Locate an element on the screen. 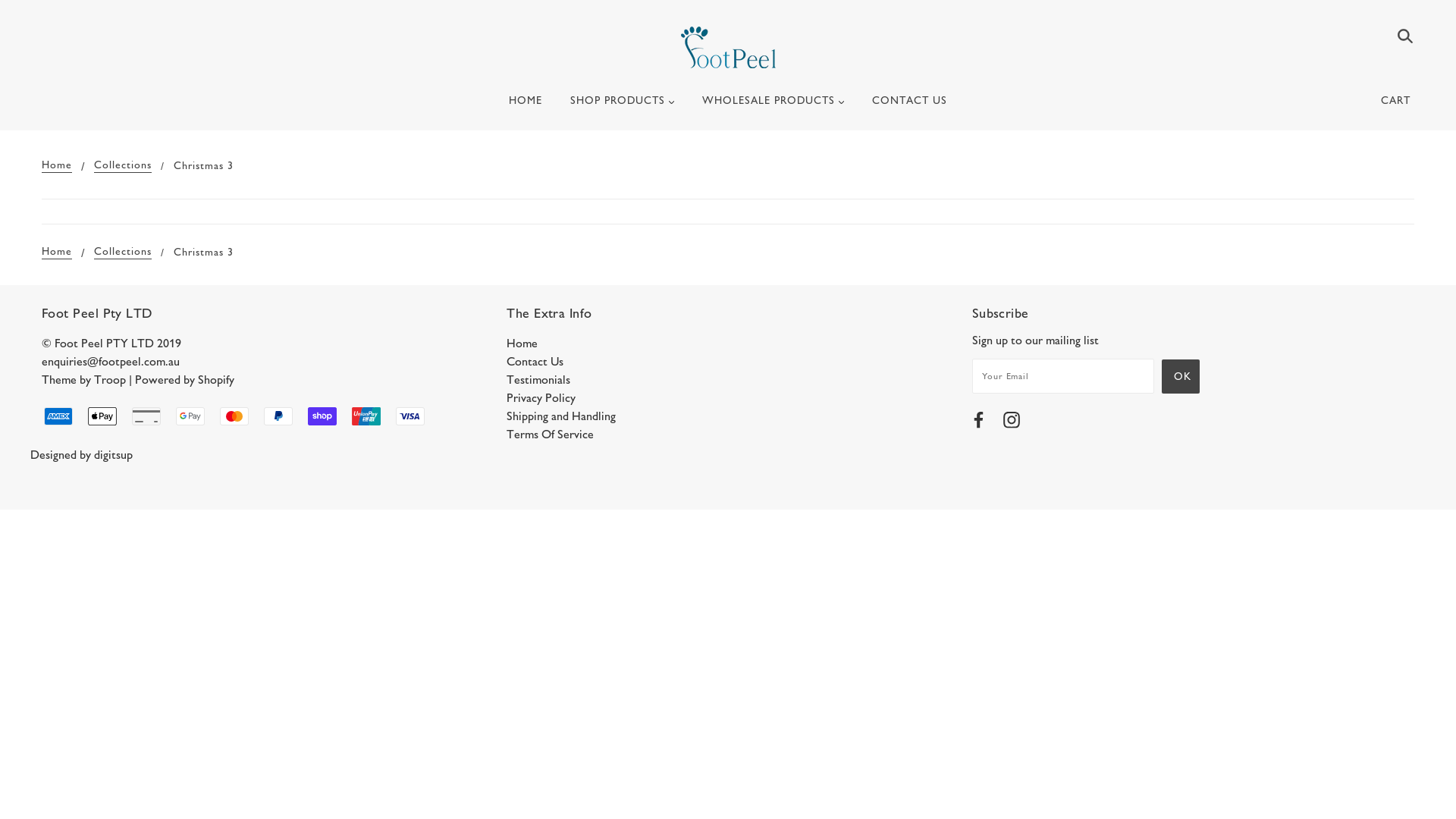  'Shipping and Handling' is located at coordinates (560, 416).